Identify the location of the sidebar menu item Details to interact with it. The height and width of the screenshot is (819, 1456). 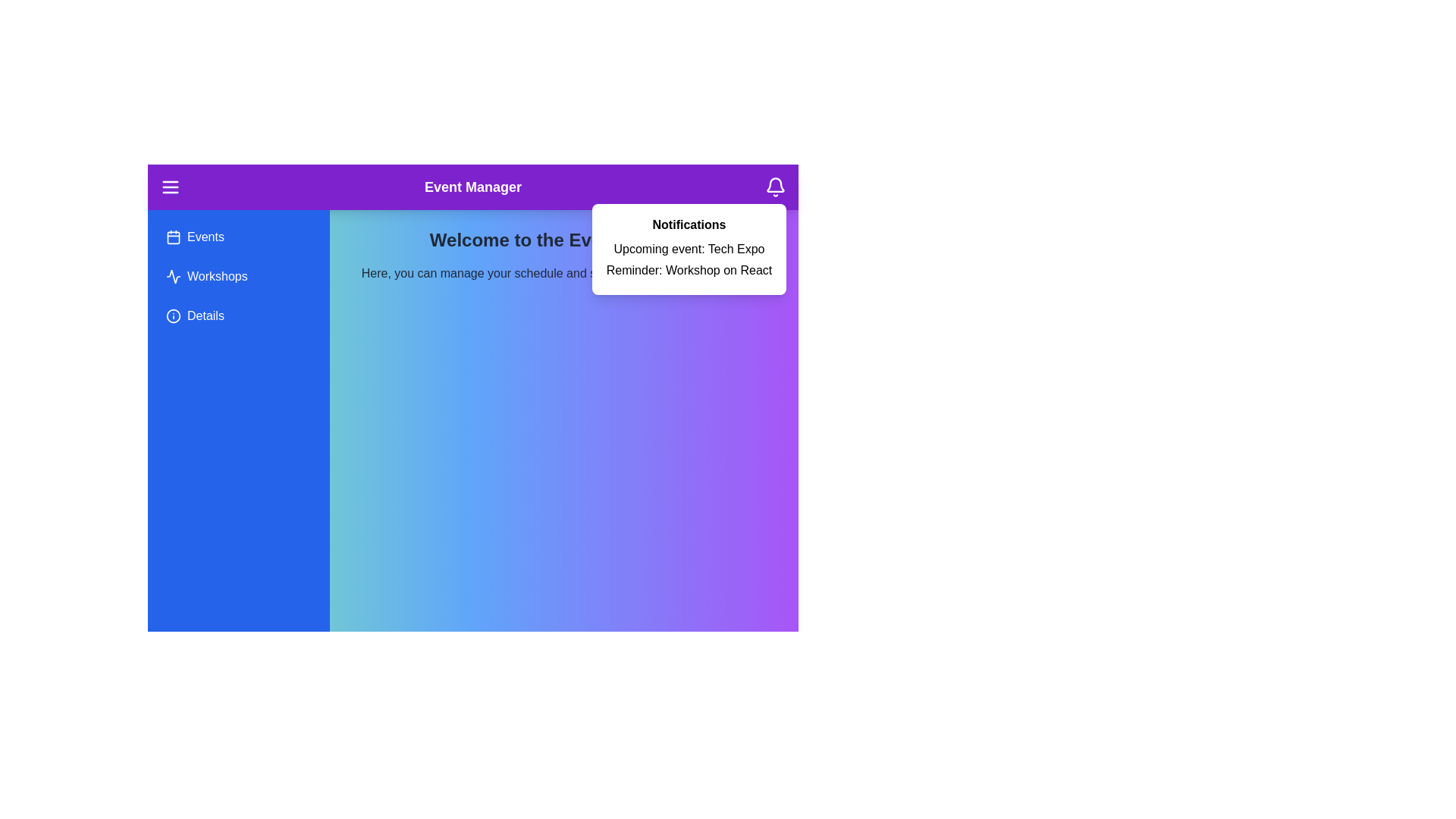
(238, 315).